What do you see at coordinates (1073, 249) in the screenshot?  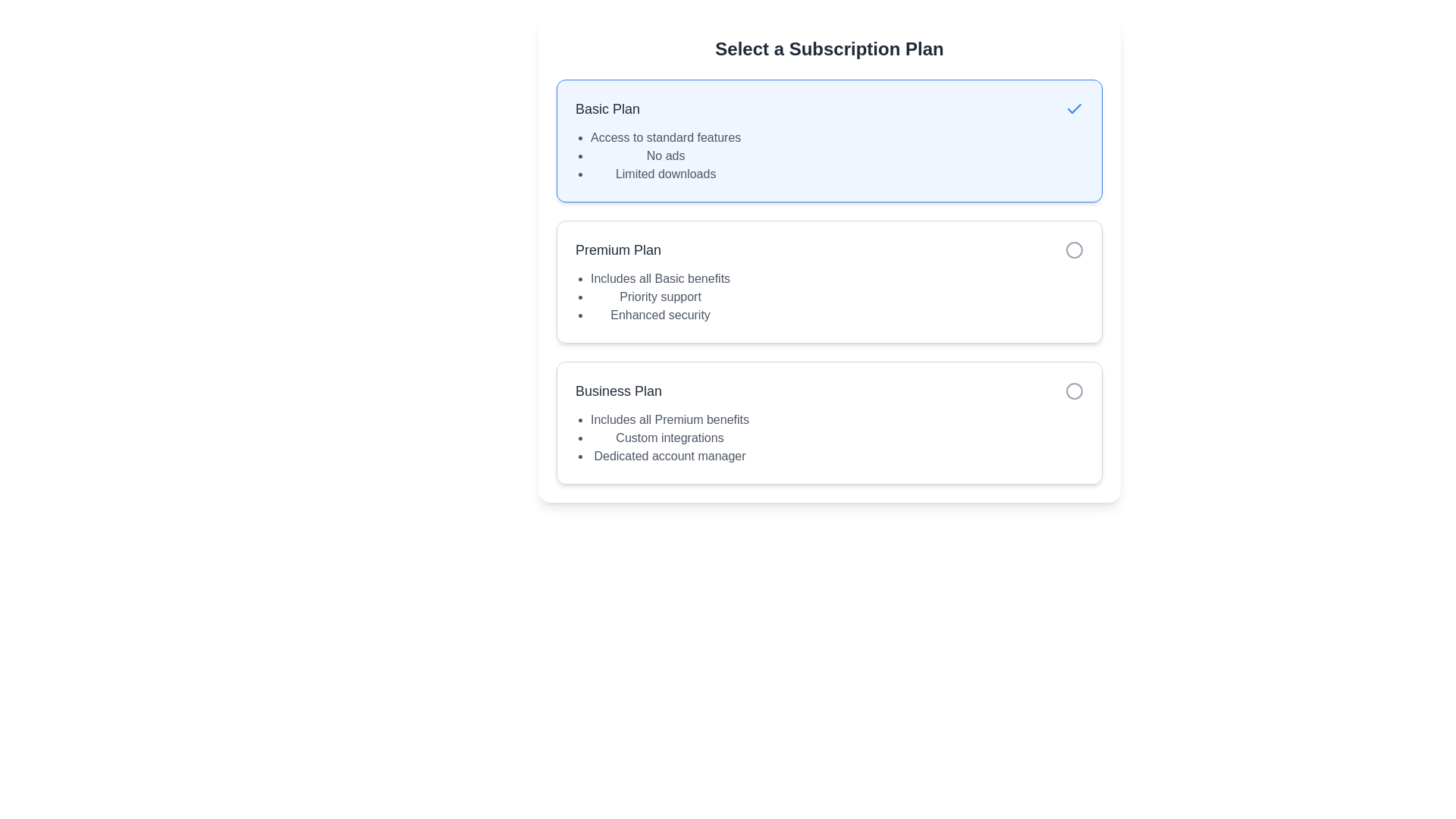 I see `the visual indicator Circle located to the right of the 'Premium Plan' label in the subscription interface` at bounding box center [1073, 249].